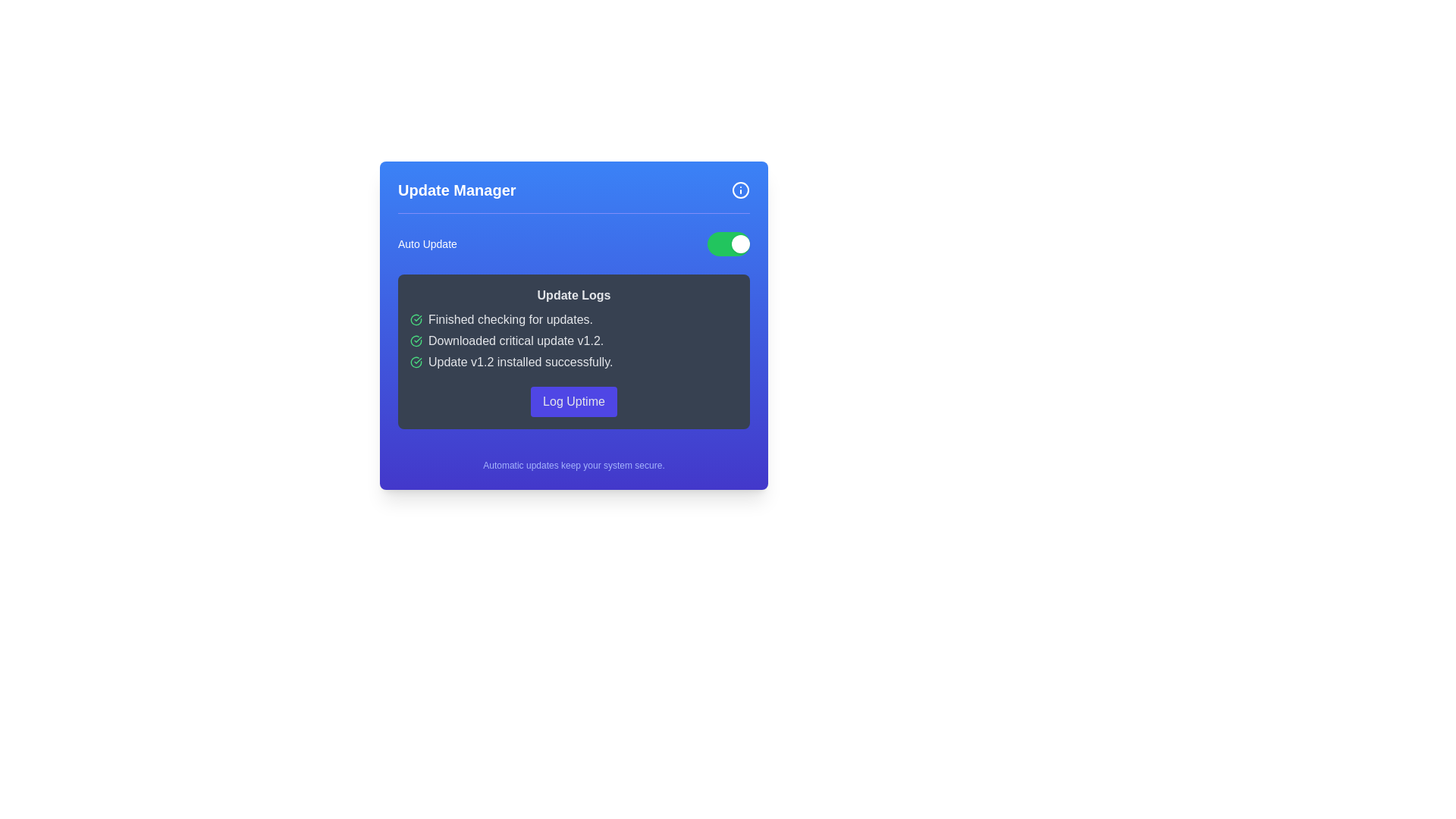 The image size is (1456, 819). Describe the element at coordinates (573, 341) in the screenshot. I see `the text element indicating that the critical update version 1.2 has been successfully downloaded, which is located in the 'Update Logs' section, positioned between 'Finished checking for updates.' and 'Update v1.2 installed successfully.'` at that location.